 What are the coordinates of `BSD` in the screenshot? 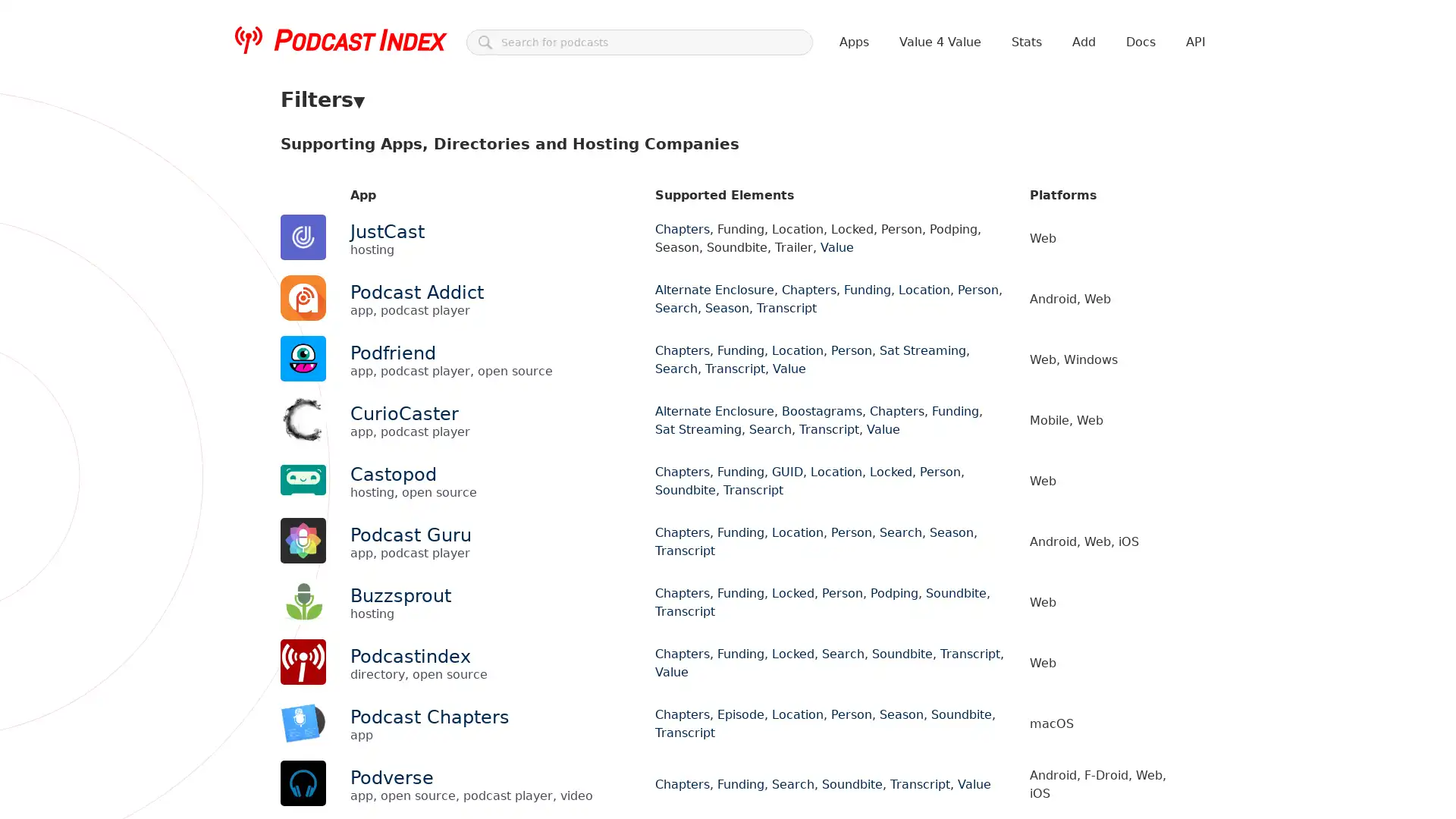 It's located at (507, 311).